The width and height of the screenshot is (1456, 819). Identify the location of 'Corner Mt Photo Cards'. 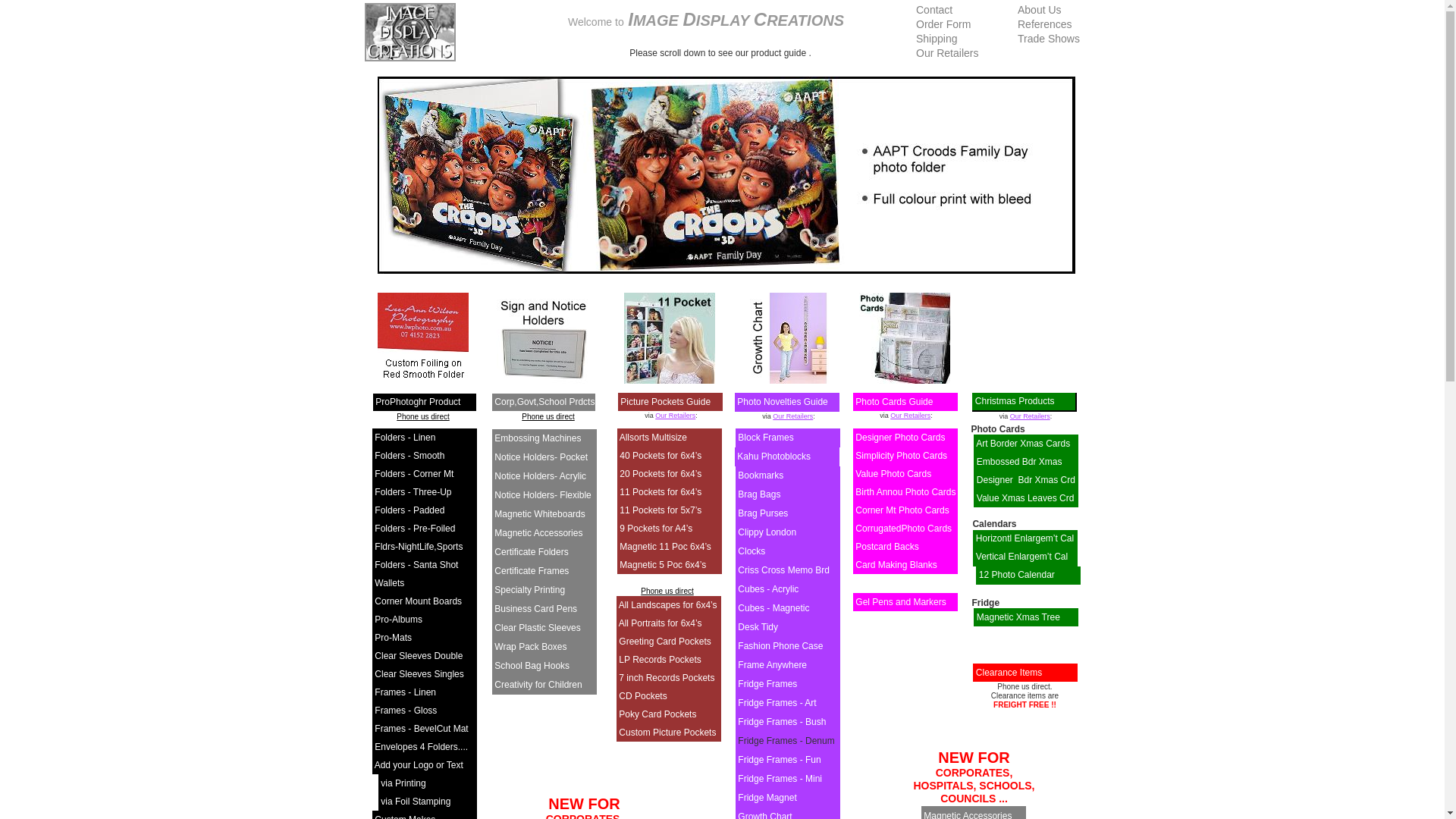
(902, 510).